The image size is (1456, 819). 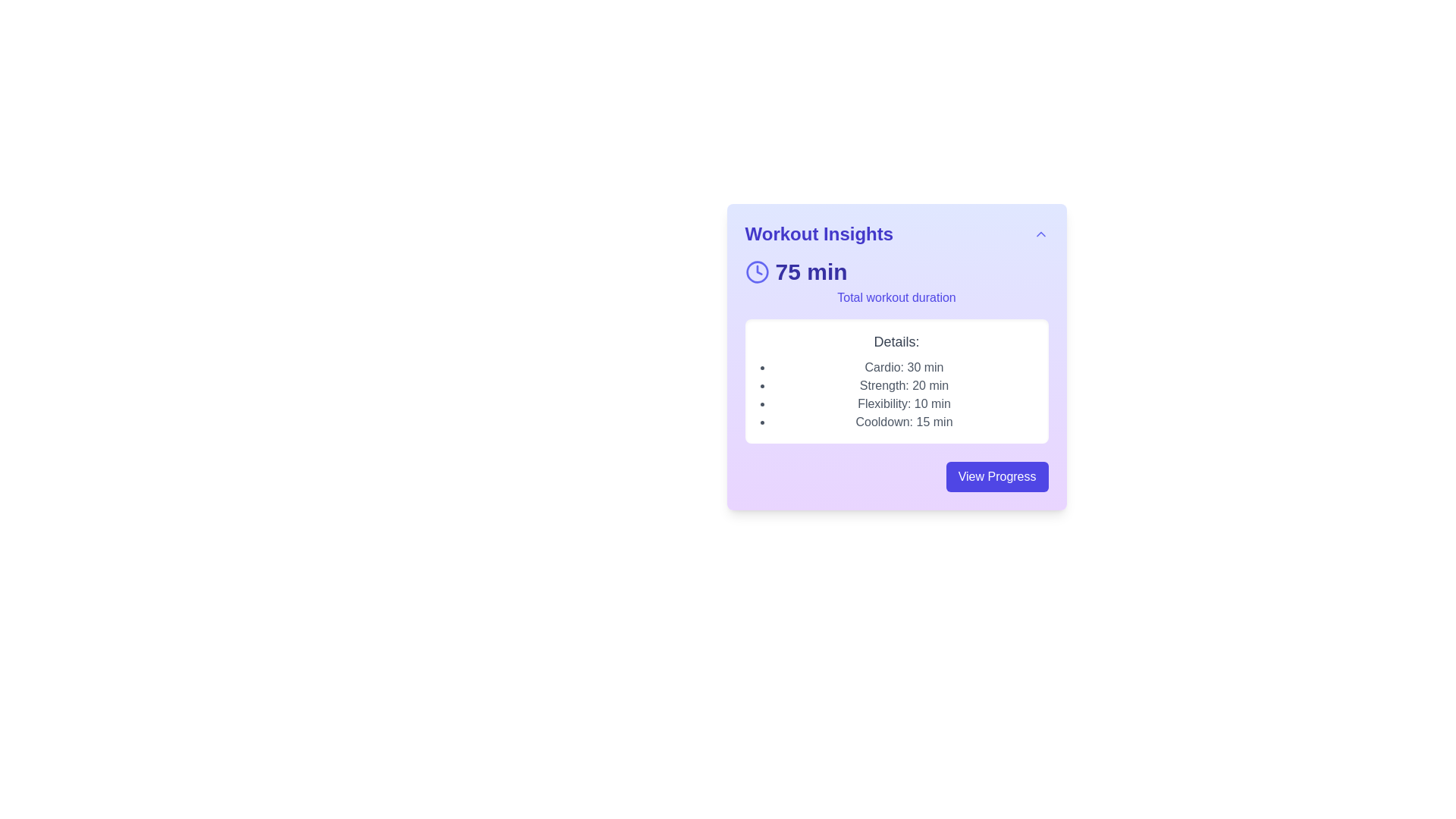 I want to click on the circular SVG graphical element that represents the workout duration in the 'Workout Insights' section, so click(x=757, y=271).